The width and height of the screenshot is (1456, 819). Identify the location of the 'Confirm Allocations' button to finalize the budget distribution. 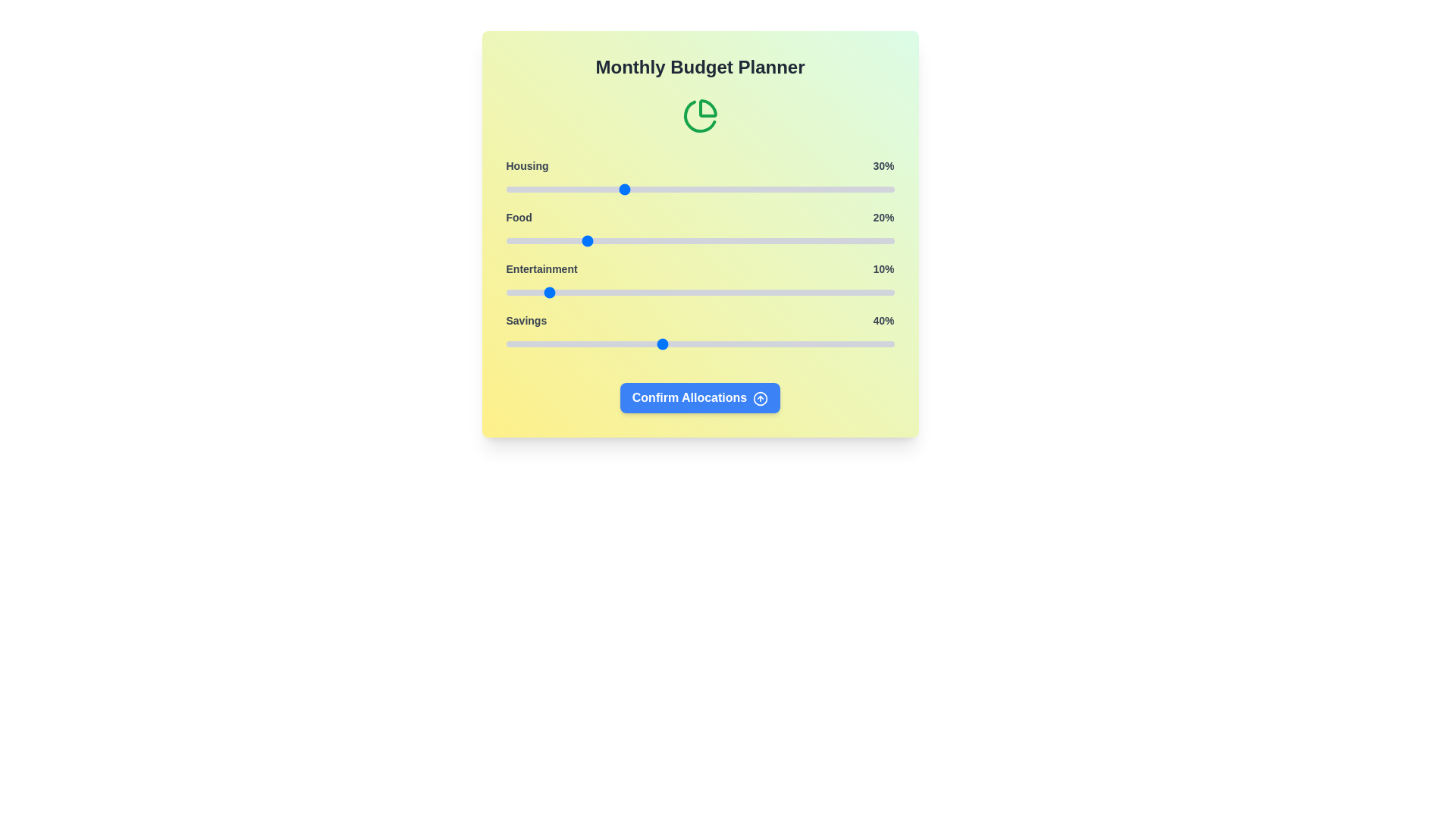
(699, 397).